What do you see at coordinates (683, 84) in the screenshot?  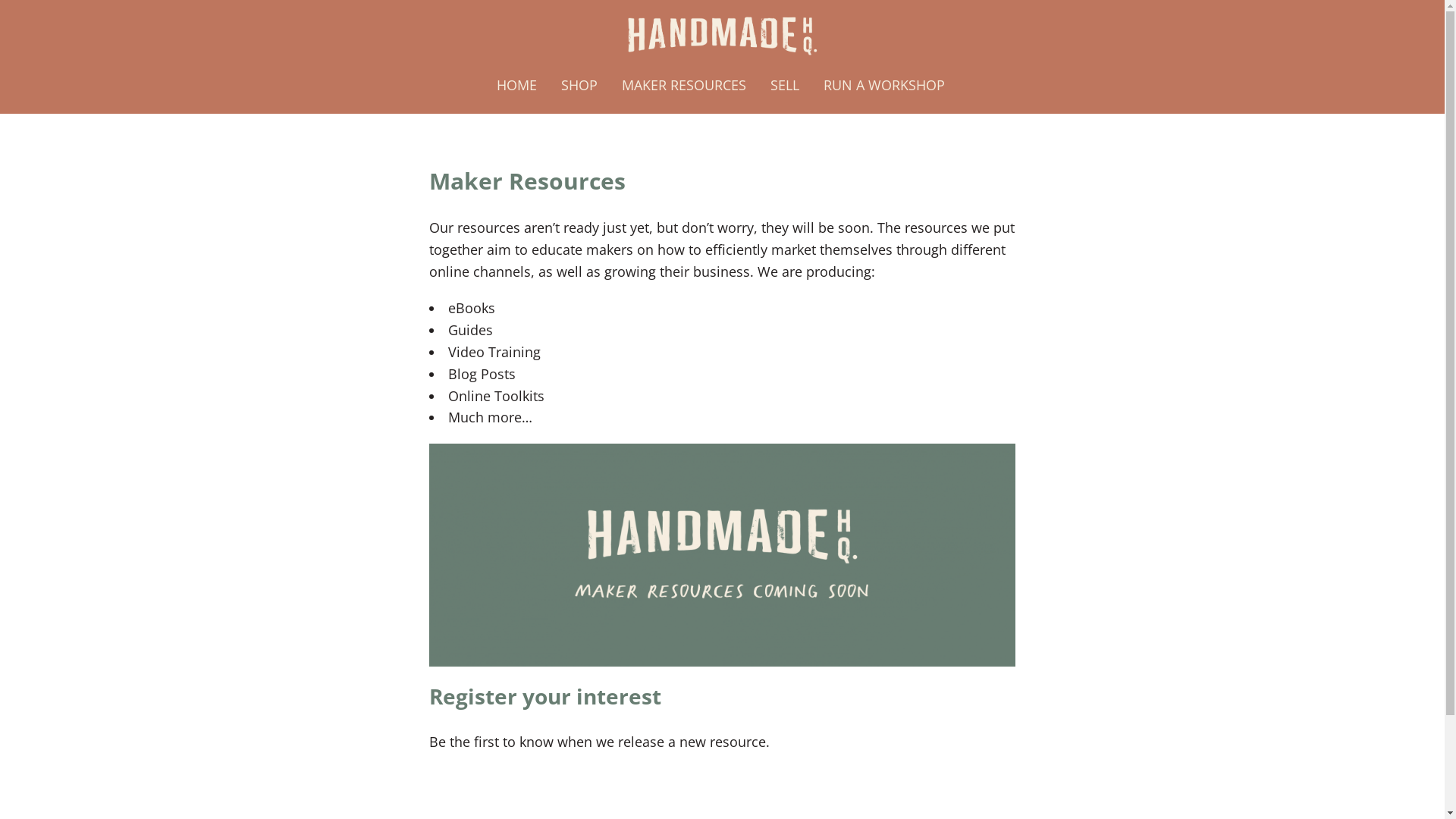 I see `'MAKER RESOURCES'` at bounding box center [683, 84].